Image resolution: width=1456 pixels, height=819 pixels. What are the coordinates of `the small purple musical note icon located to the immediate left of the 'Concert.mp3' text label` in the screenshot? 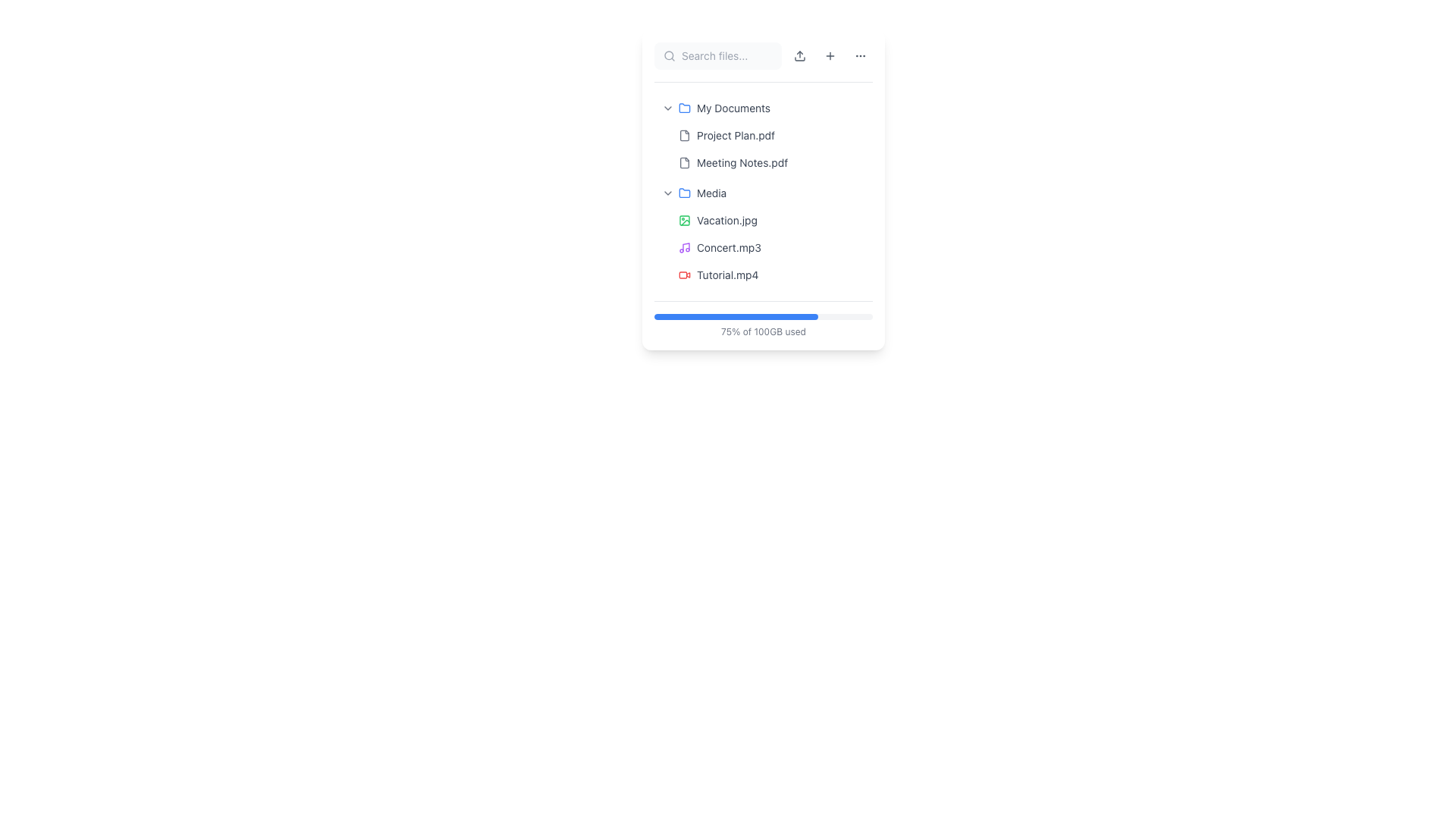 It's located at (683, 247).